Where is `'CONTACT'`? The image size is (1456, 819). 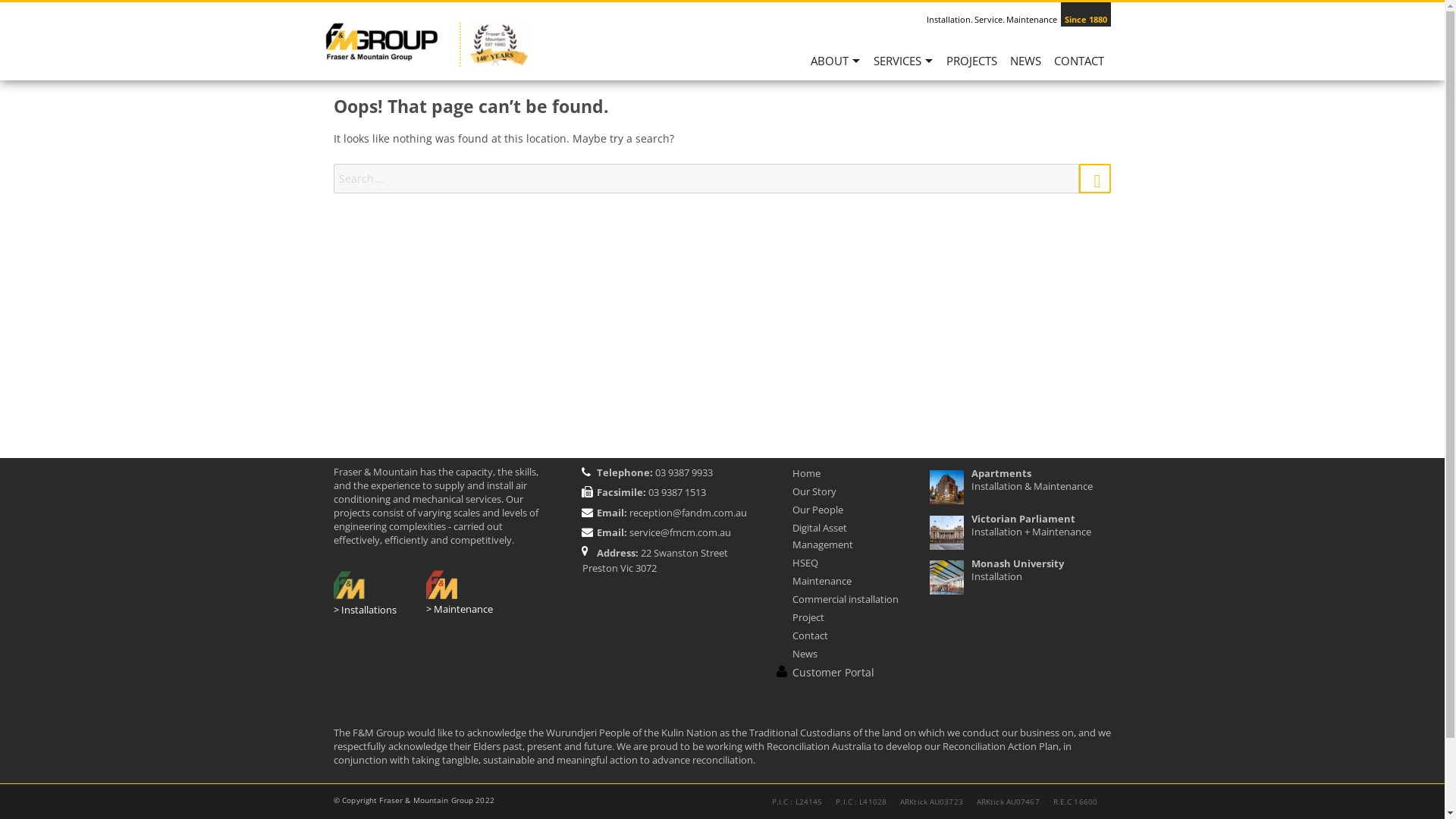 'CONTACT' is located at coordinates (1078, 66).